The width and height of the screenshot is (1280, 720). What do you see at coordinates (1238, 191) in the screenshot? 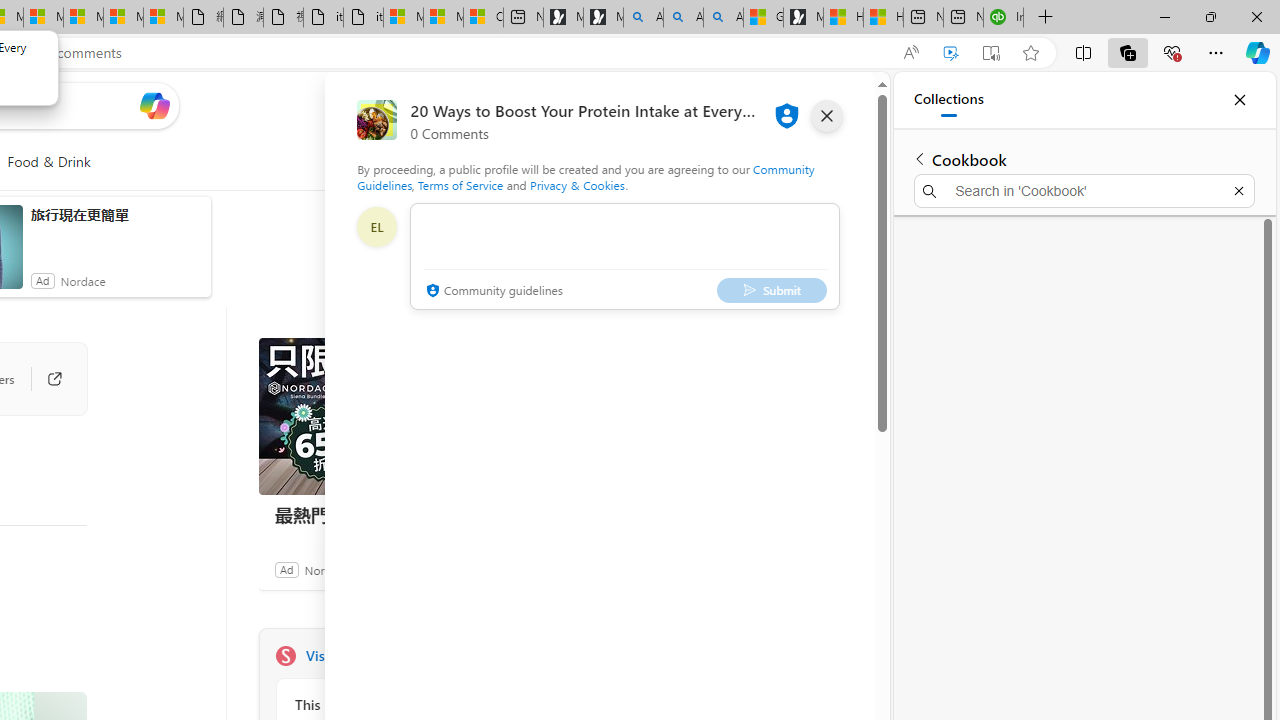
I see `'Exit search'` at bounding box center [1238, 191].